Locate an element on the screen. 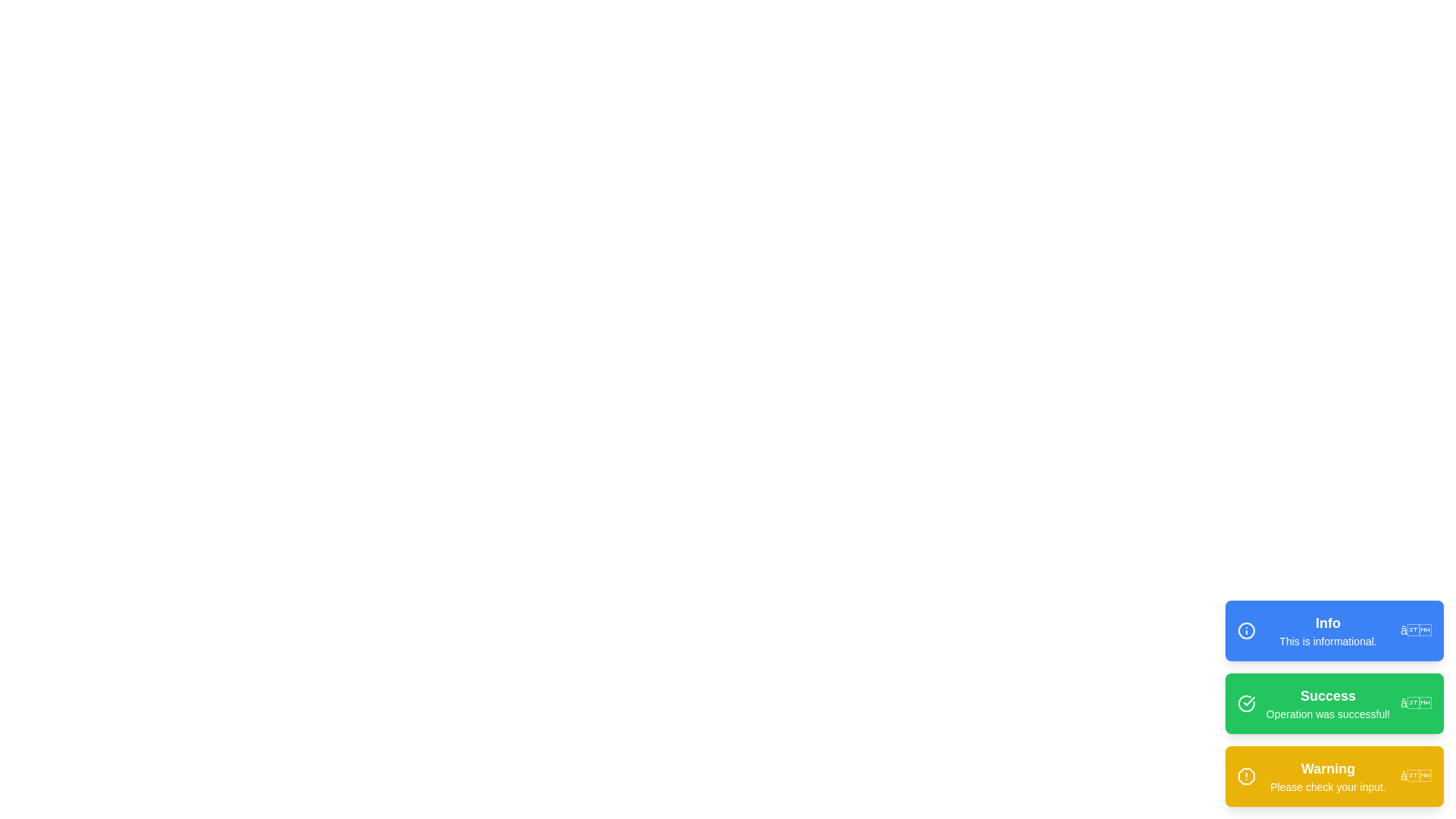 This screenshot has height=819, width=1456. the blue circular informational icon located prominently to the left of the title text 'Info' is located at coordinates (1246, 631).